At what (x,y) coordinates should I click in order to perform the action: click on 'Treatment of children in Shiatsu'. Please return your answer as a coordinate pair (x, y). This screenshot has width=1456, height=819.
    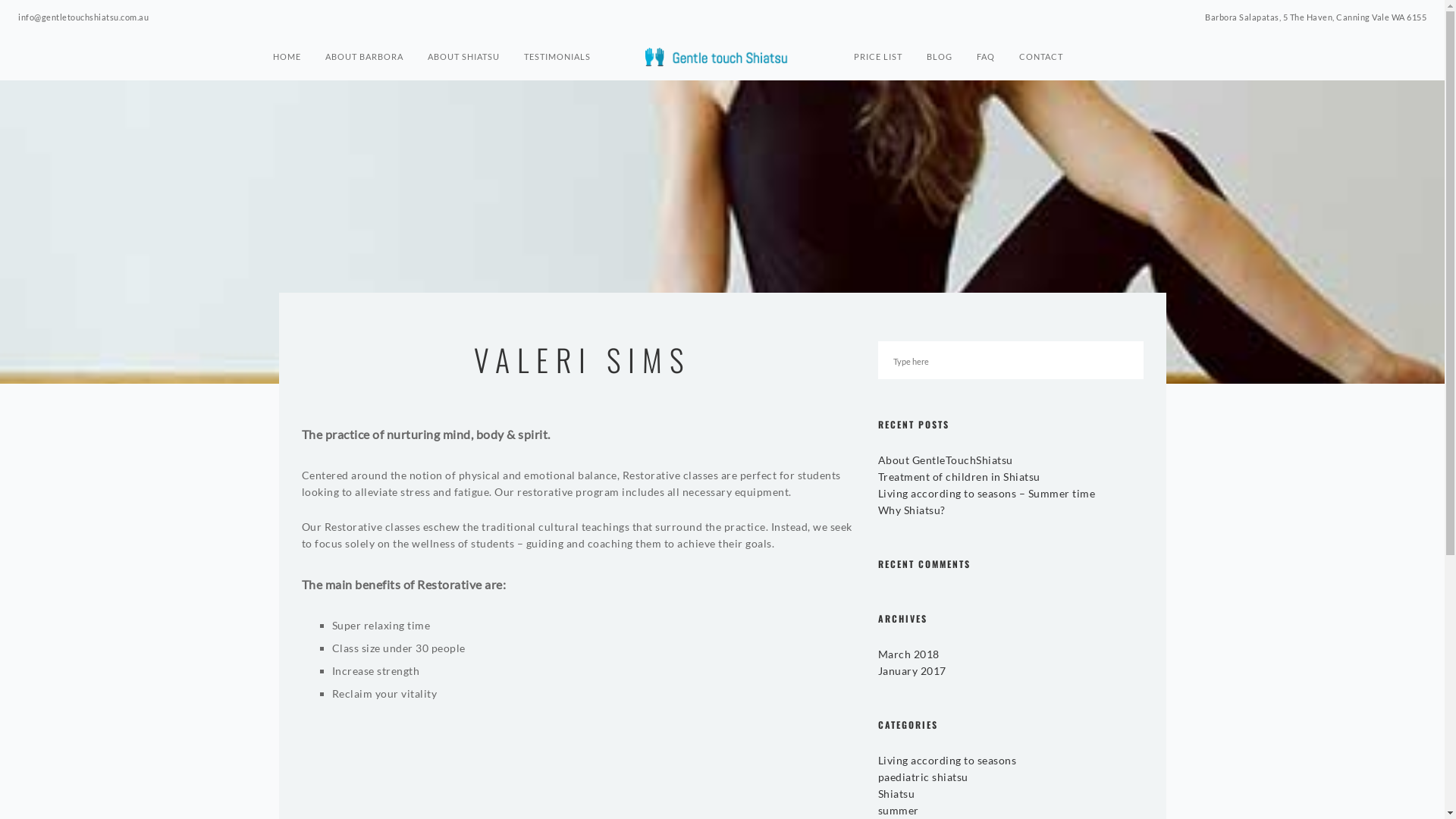
    Looking at the image, I should click on (959, 475).